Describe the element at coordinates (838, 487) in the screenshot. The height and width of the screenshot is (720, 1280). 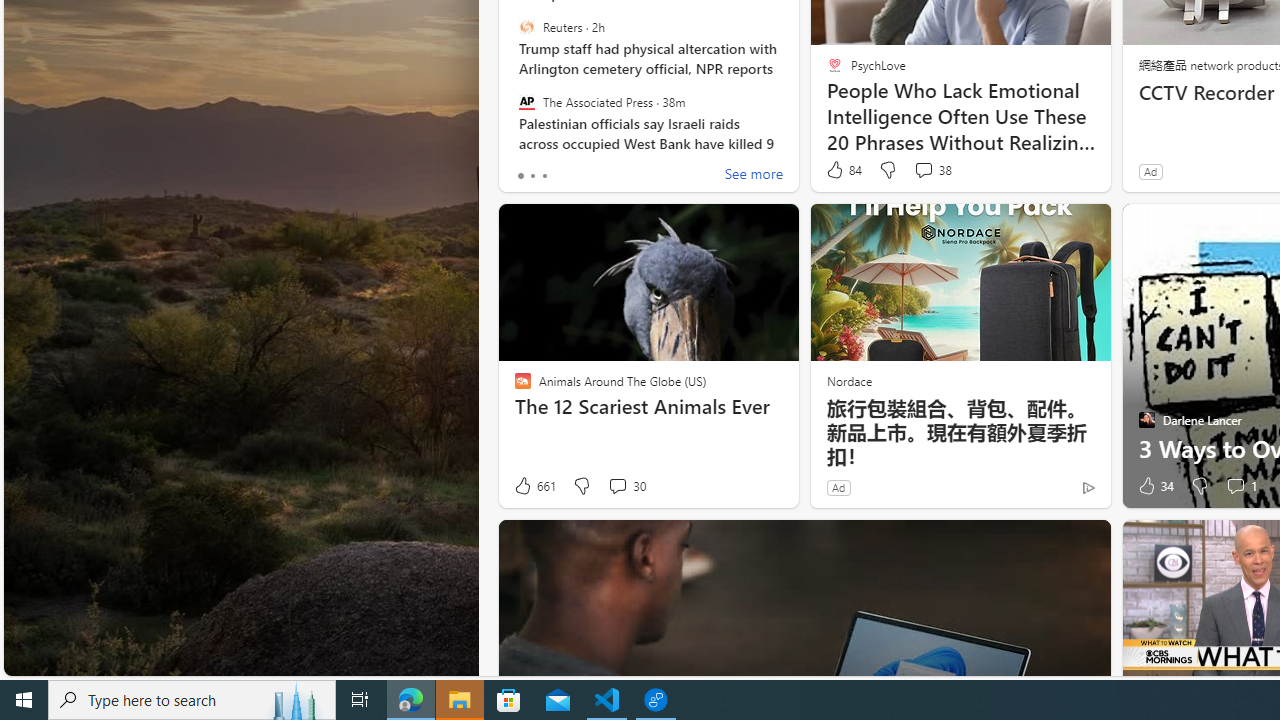
I see `'Ad'` at that location.